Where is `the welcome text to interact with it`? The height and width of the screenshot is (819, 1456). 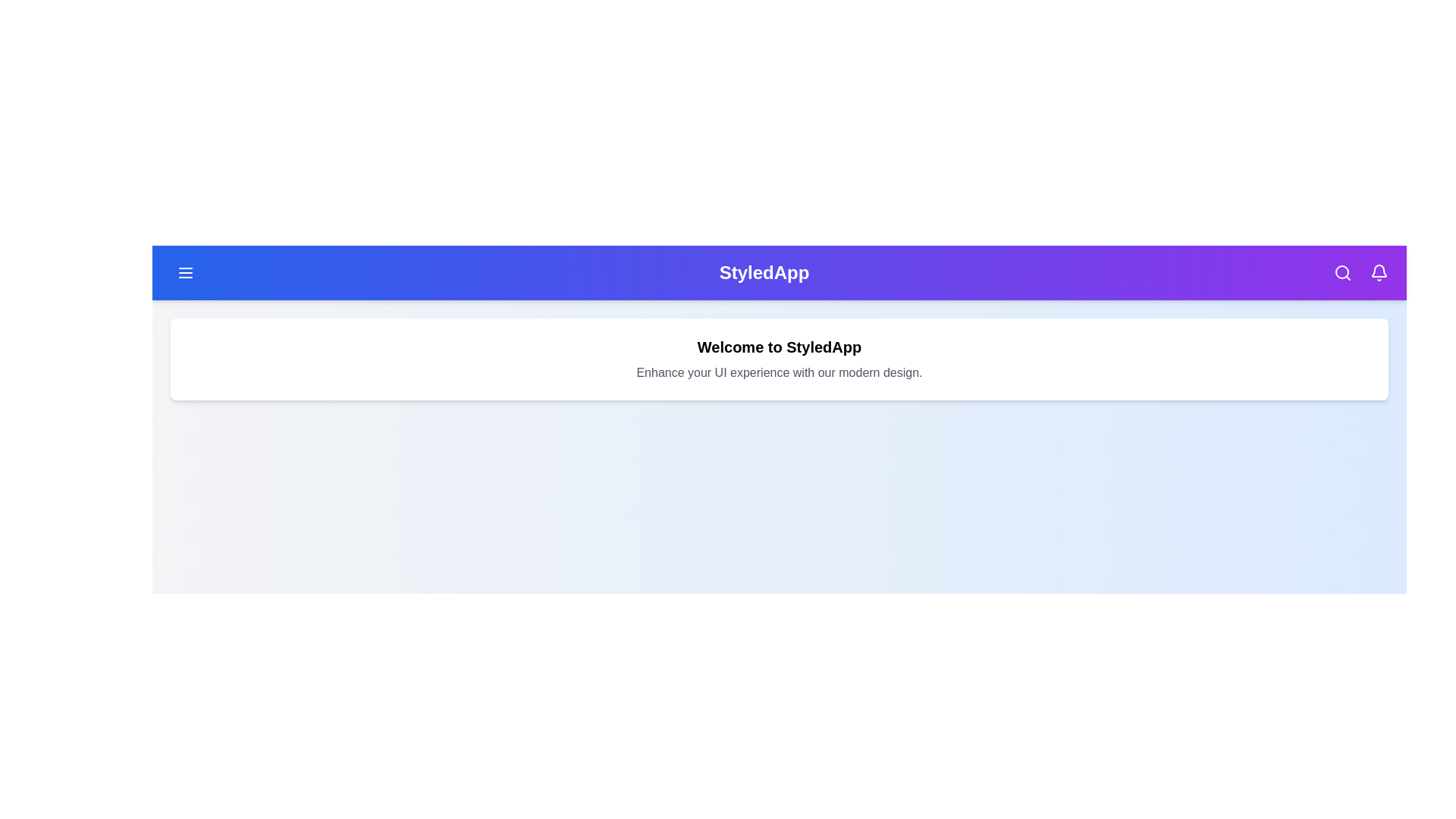 the welcome text to interact with it is located at coordinates (779, 347).